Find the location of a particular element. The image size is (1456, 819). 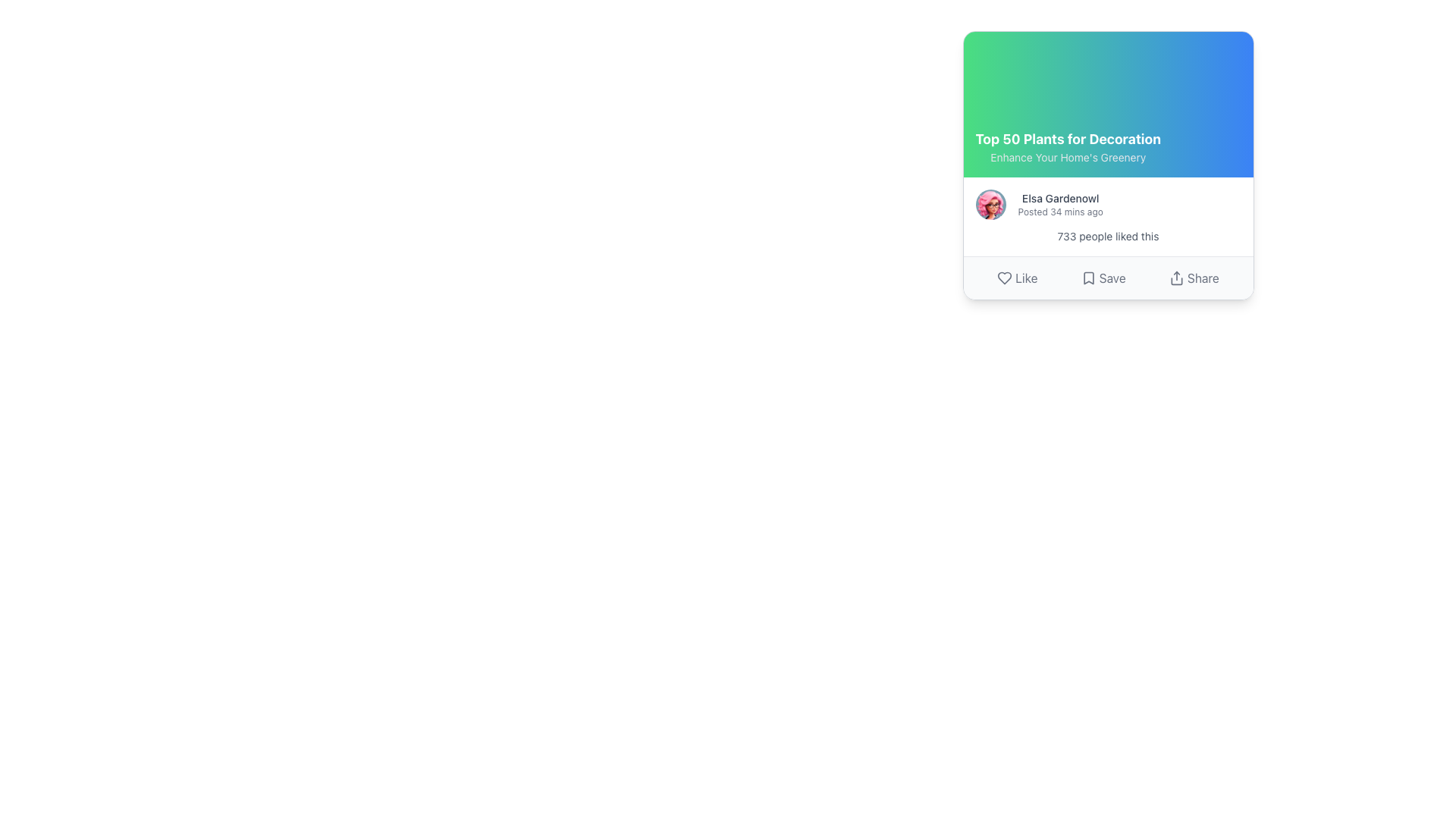

the static text that reads '733 people liked this', which is positioned directly beneath the 'Elsa Gardenowl Posted 34 mins ago' text component is located at coordinates (1108, 237).